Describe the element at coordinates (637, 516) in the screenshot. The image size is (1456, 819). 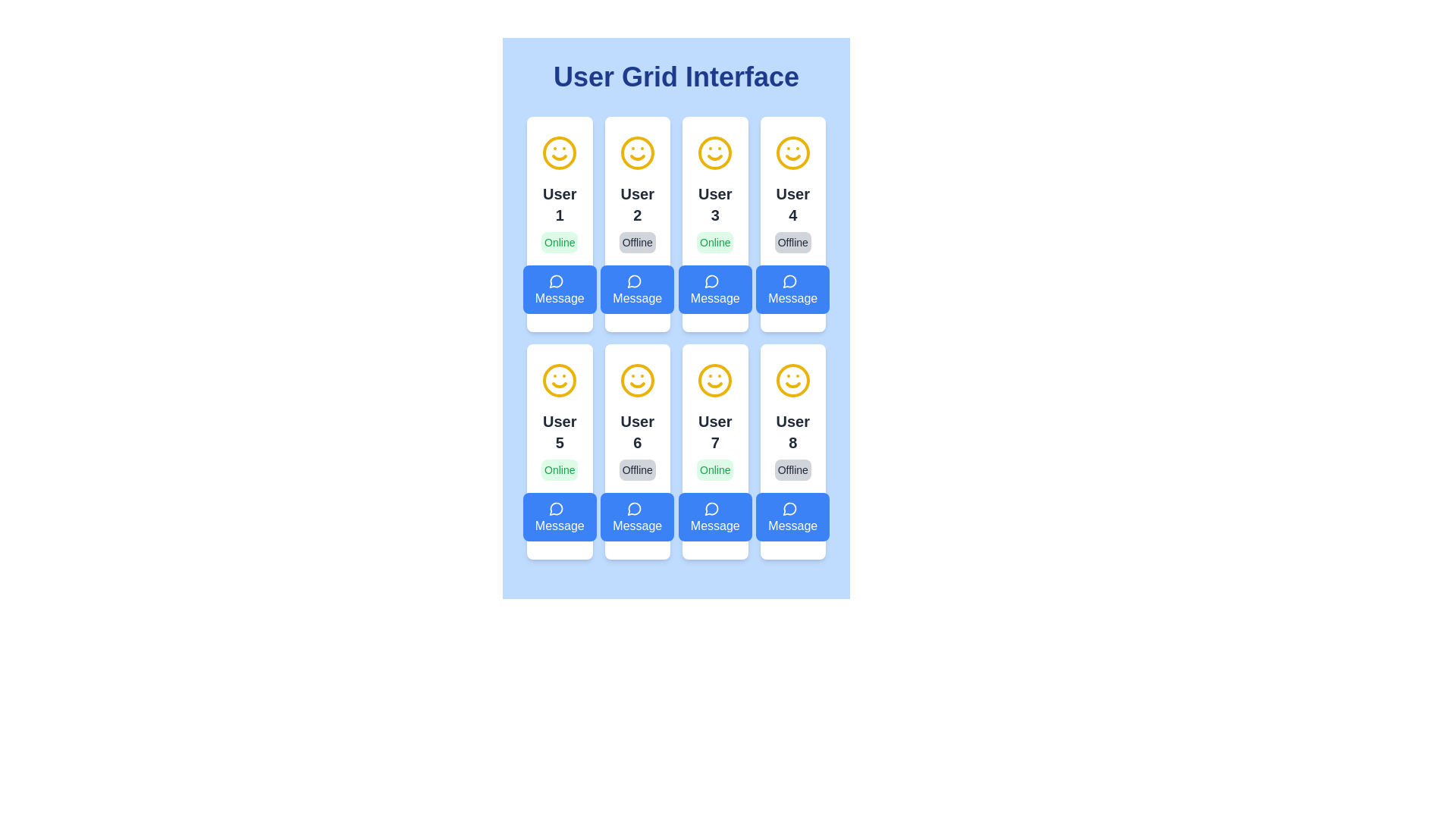
I see `the button to send a message associated with 'User 6,' which is positioned in the seventh column of the grid-based interface below the 'Offline' label` at that location.